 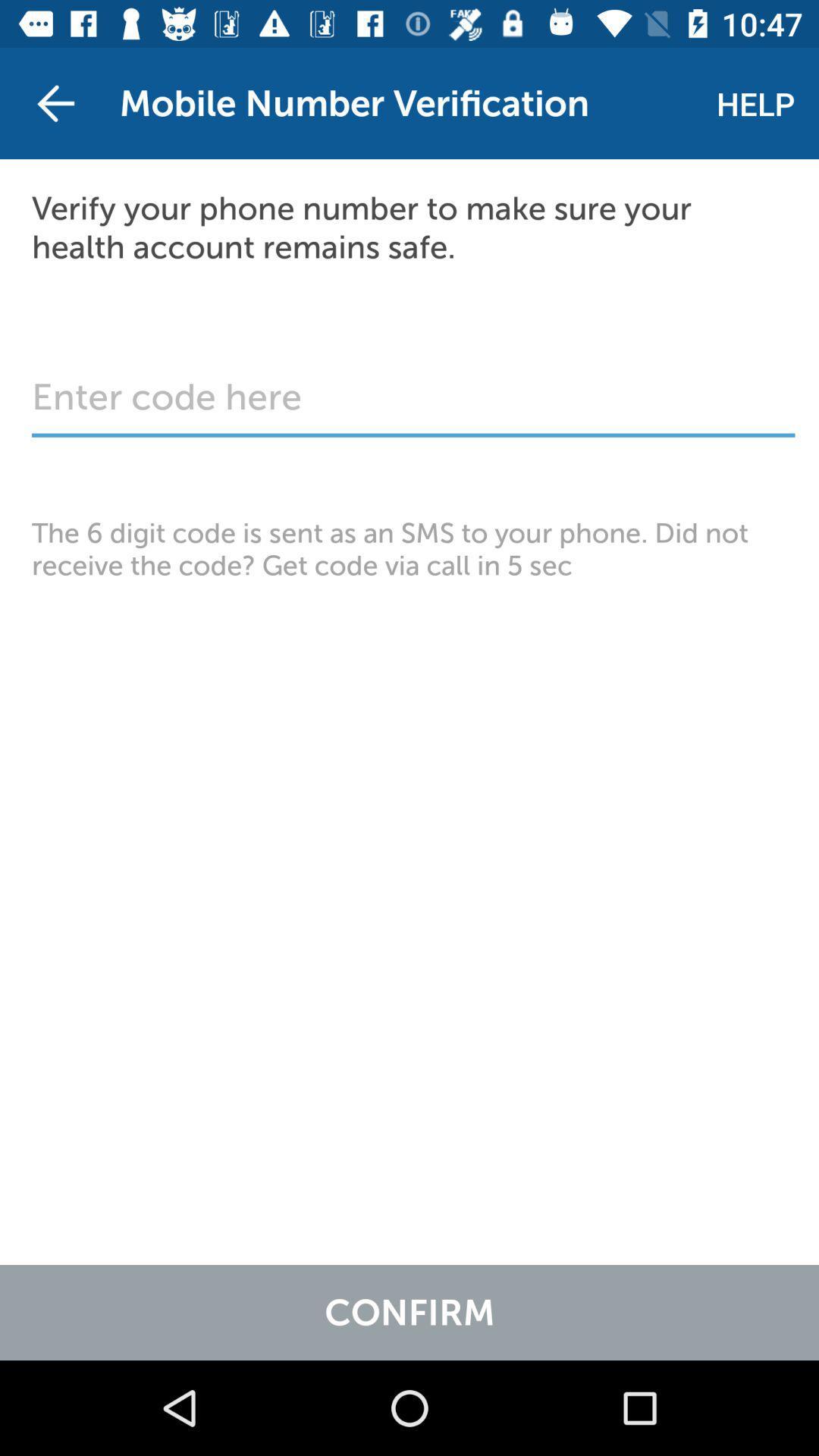 What do you see at coordinates (409, 548) in the screenshot?
I see `the icon above confirm item` at bounding box center [409, 548].